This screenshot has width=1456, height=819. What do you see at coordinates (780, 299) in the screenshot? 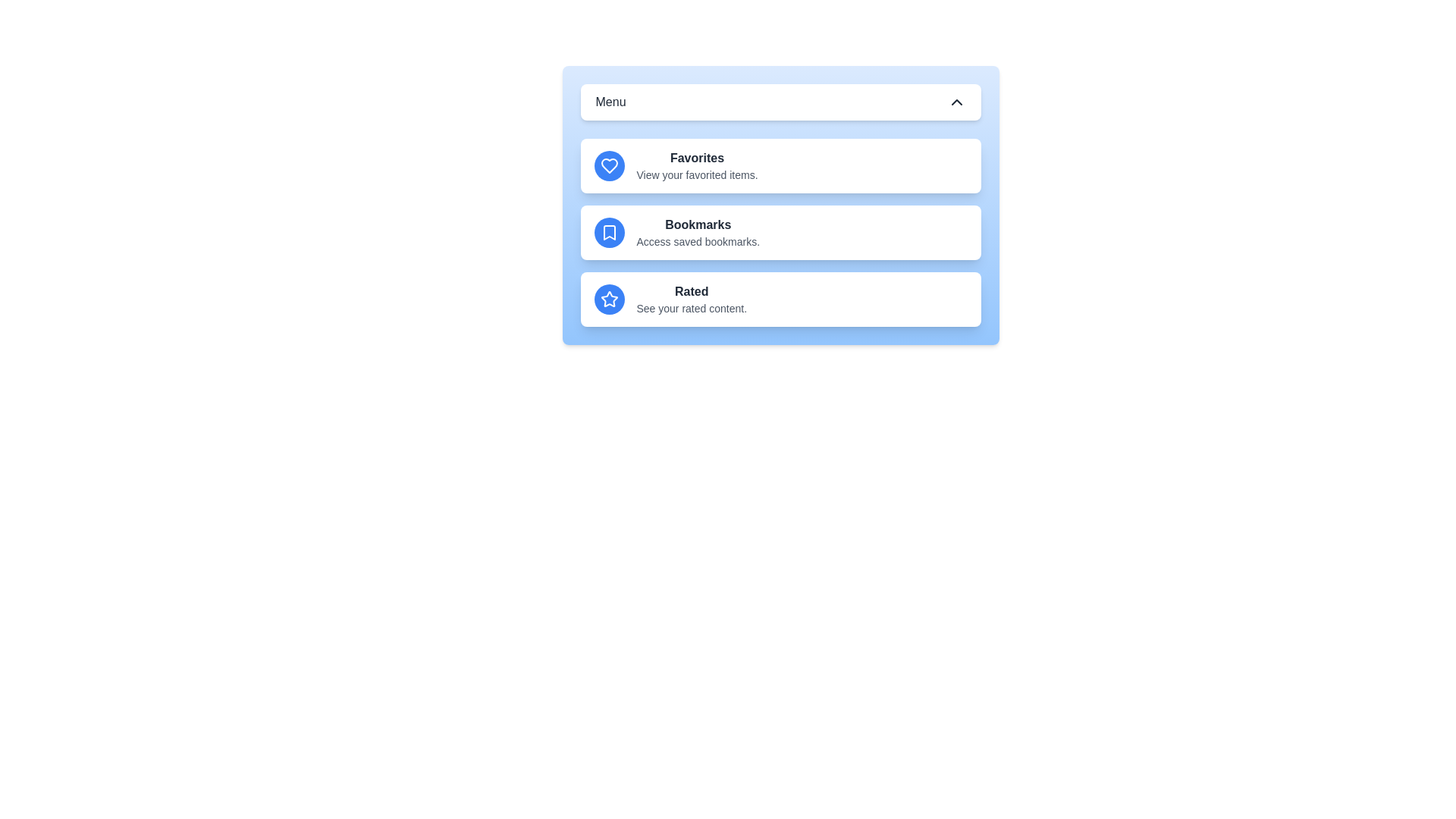
I see `the menu item Rated` at bounding box center [780, 299].